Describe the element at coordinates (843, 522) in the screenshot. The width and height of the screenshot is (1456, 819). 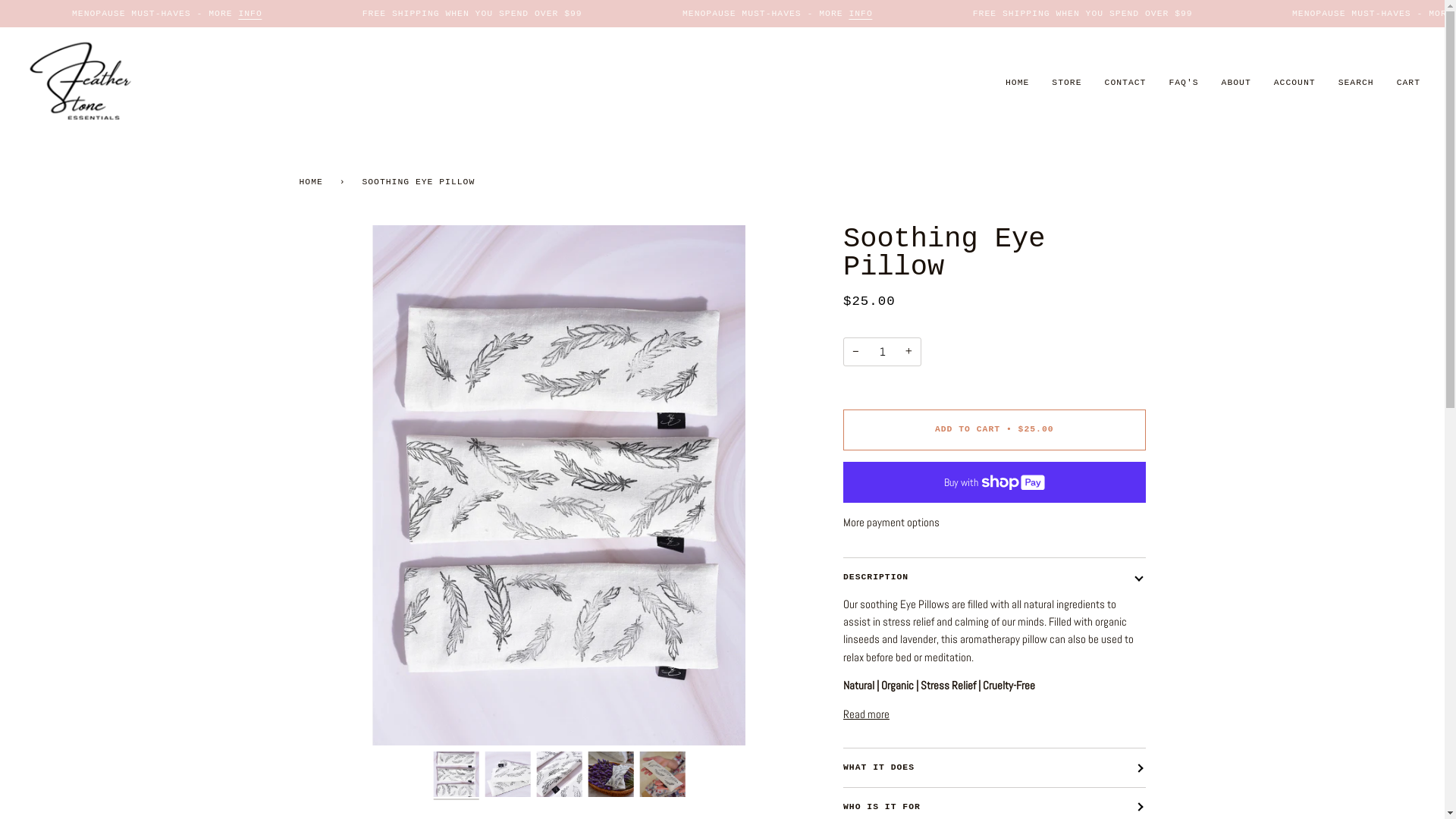
I see `'More payment options'` at that location.